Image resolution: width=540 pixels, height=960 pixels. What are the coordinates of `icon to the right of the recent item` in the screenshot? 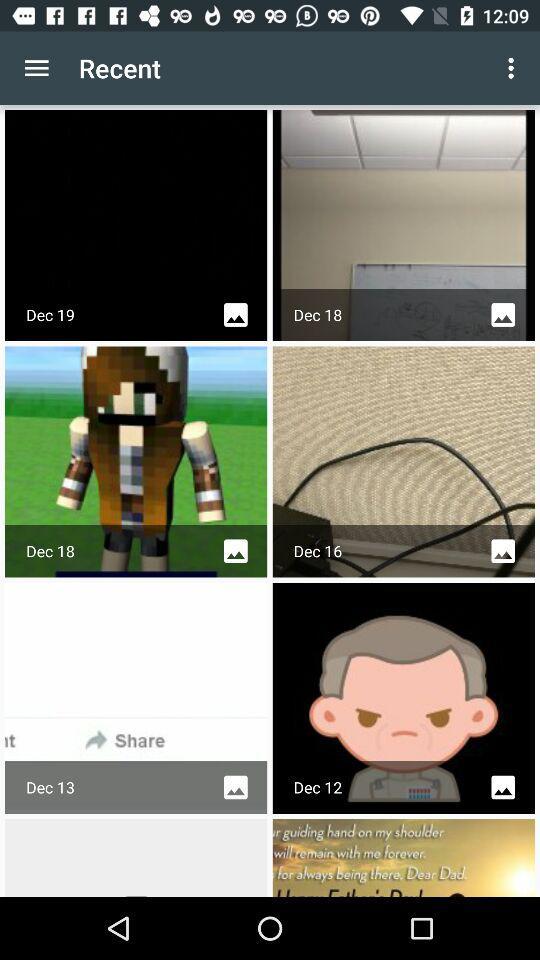 It's located at (513, 68).